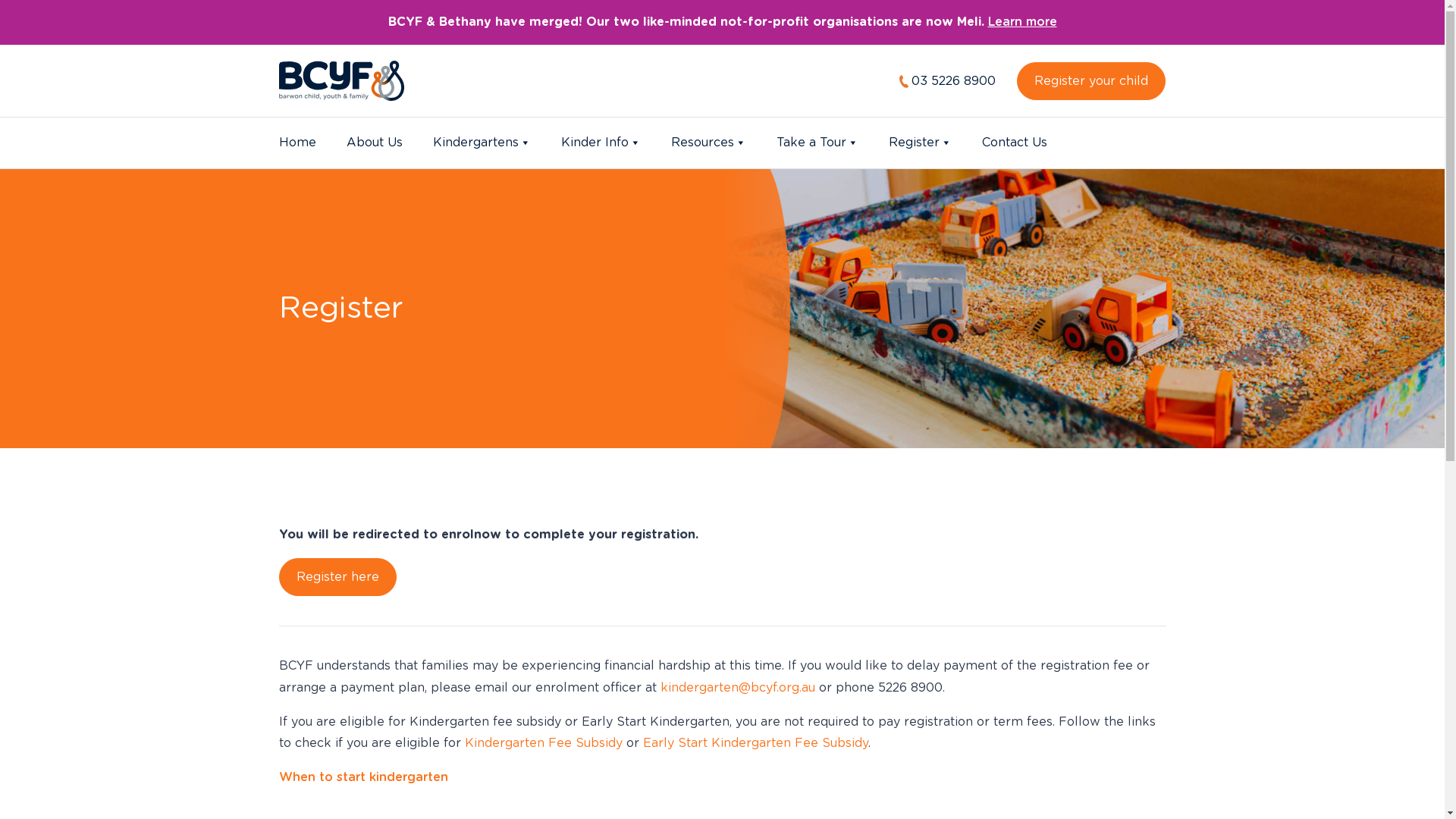  What do you see at coordinates (297, 143) in the screenshot?
I see `'Home'` at bounding box center [297, 143].